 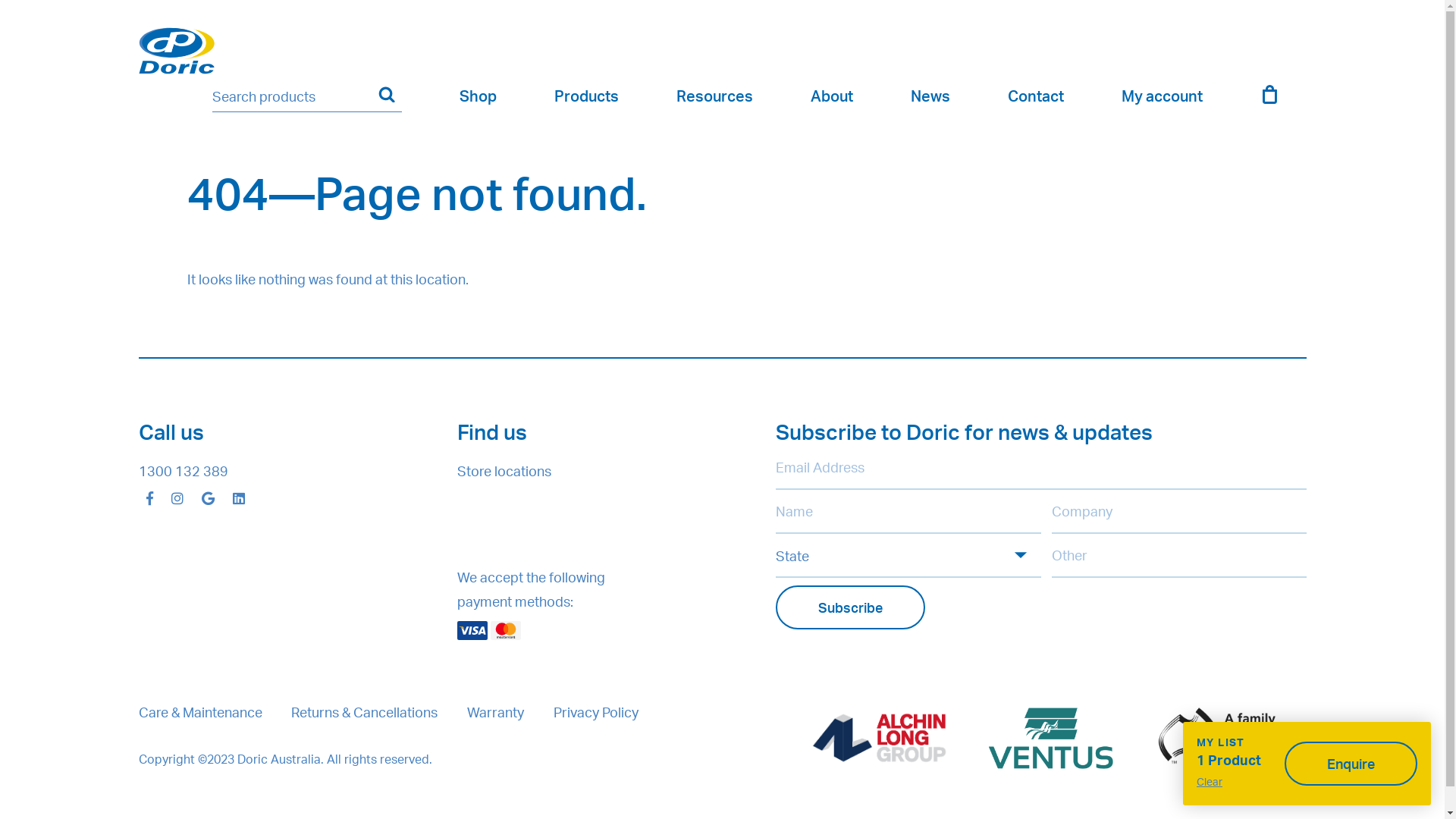 I want to click on 'Care & Maintenance', so click(x=199, y=711).